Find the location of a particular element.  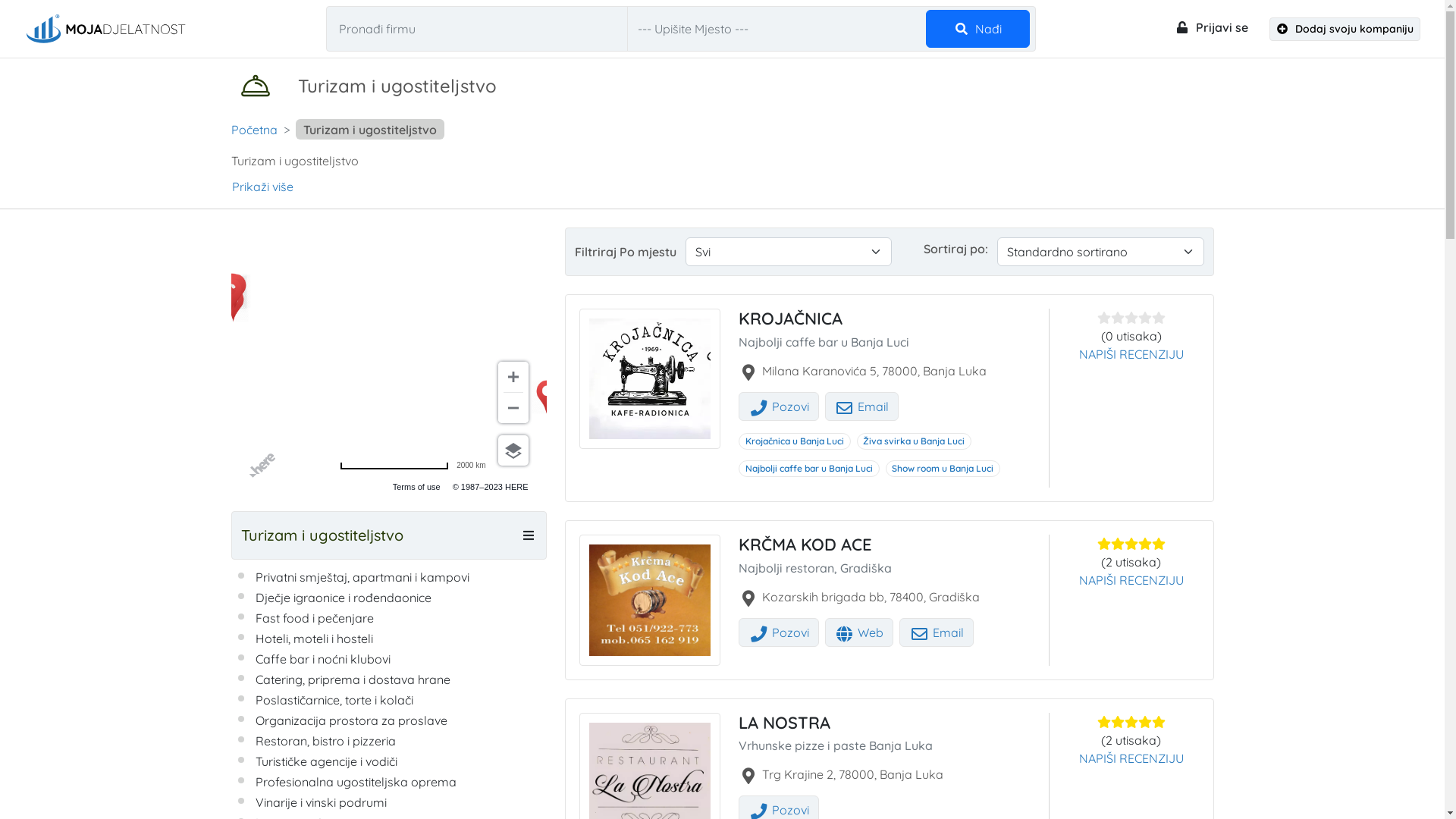

'Web' is located at coordinates (859, 632).